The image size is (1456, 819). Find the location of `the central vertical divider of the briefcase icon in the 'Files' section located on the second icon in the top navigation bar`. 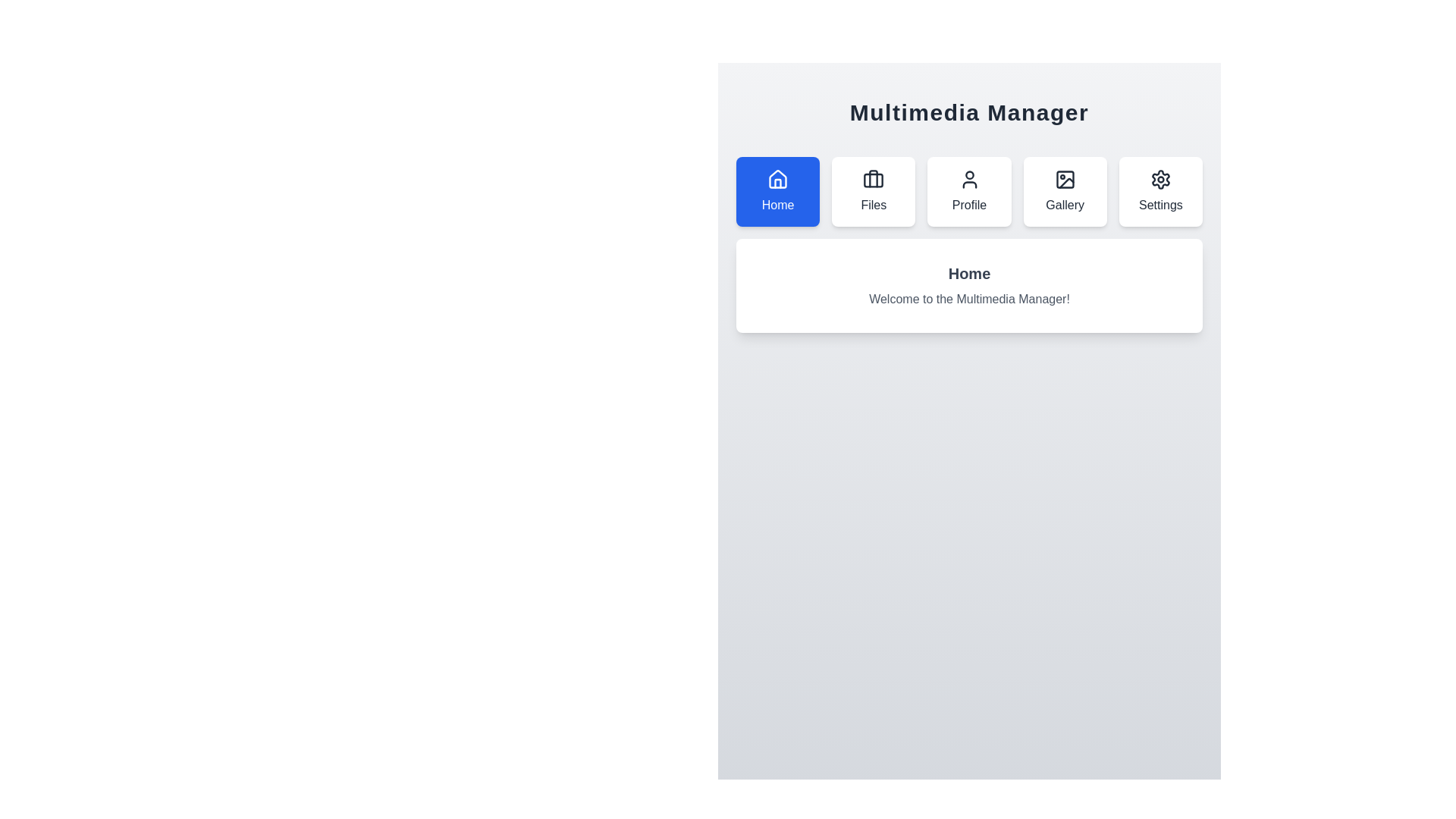

the central vertical divider of the briefcase icon in the 'Files' section located on the second icon in the top navigation bar is located at coordinates (874, 177).